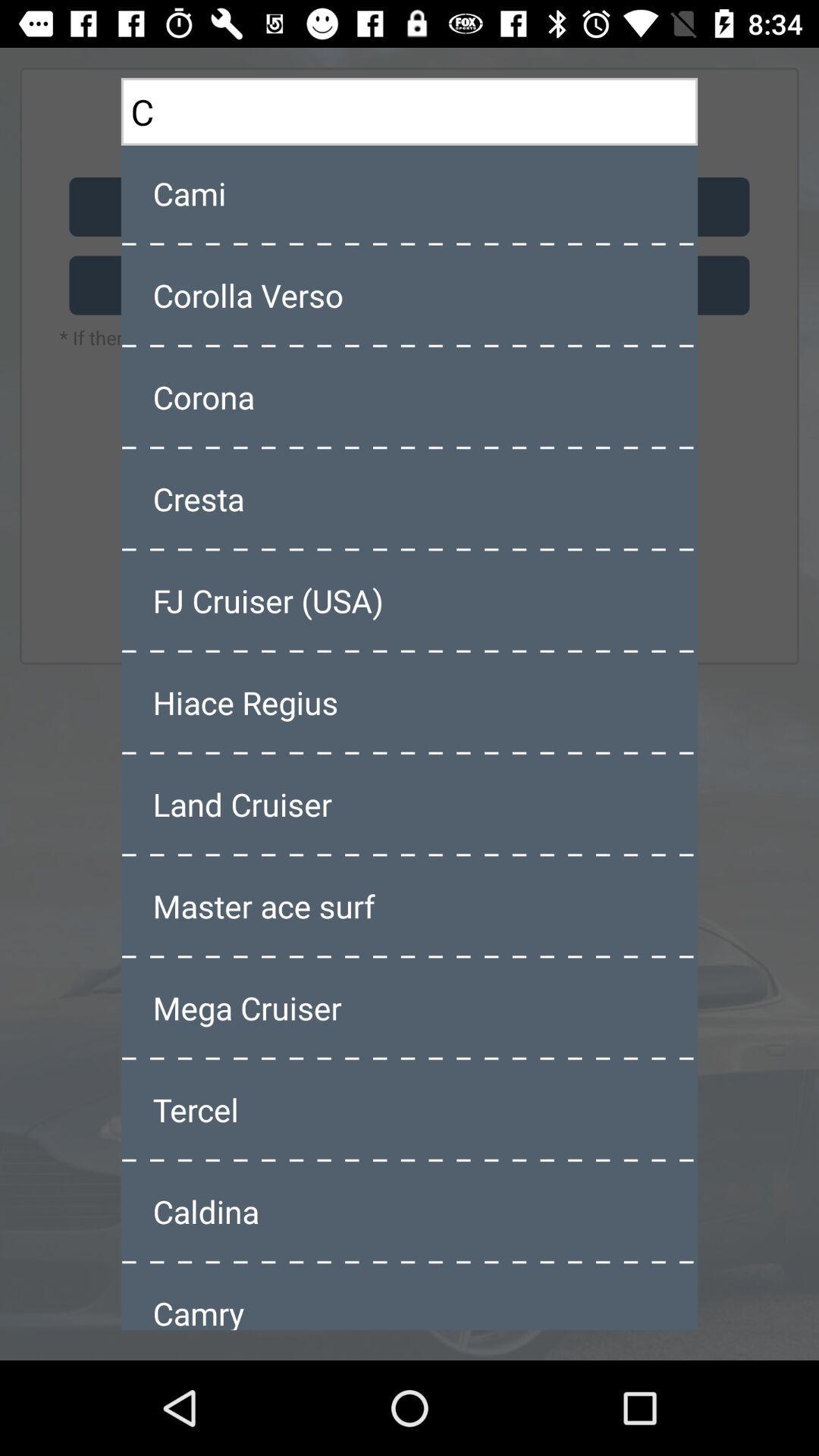 Image resolution: width=819 pixels, height=1456 pixels. Describe the element at coordinates (409, 1109) in the screenshot. I see `item above caldina item` at that location.